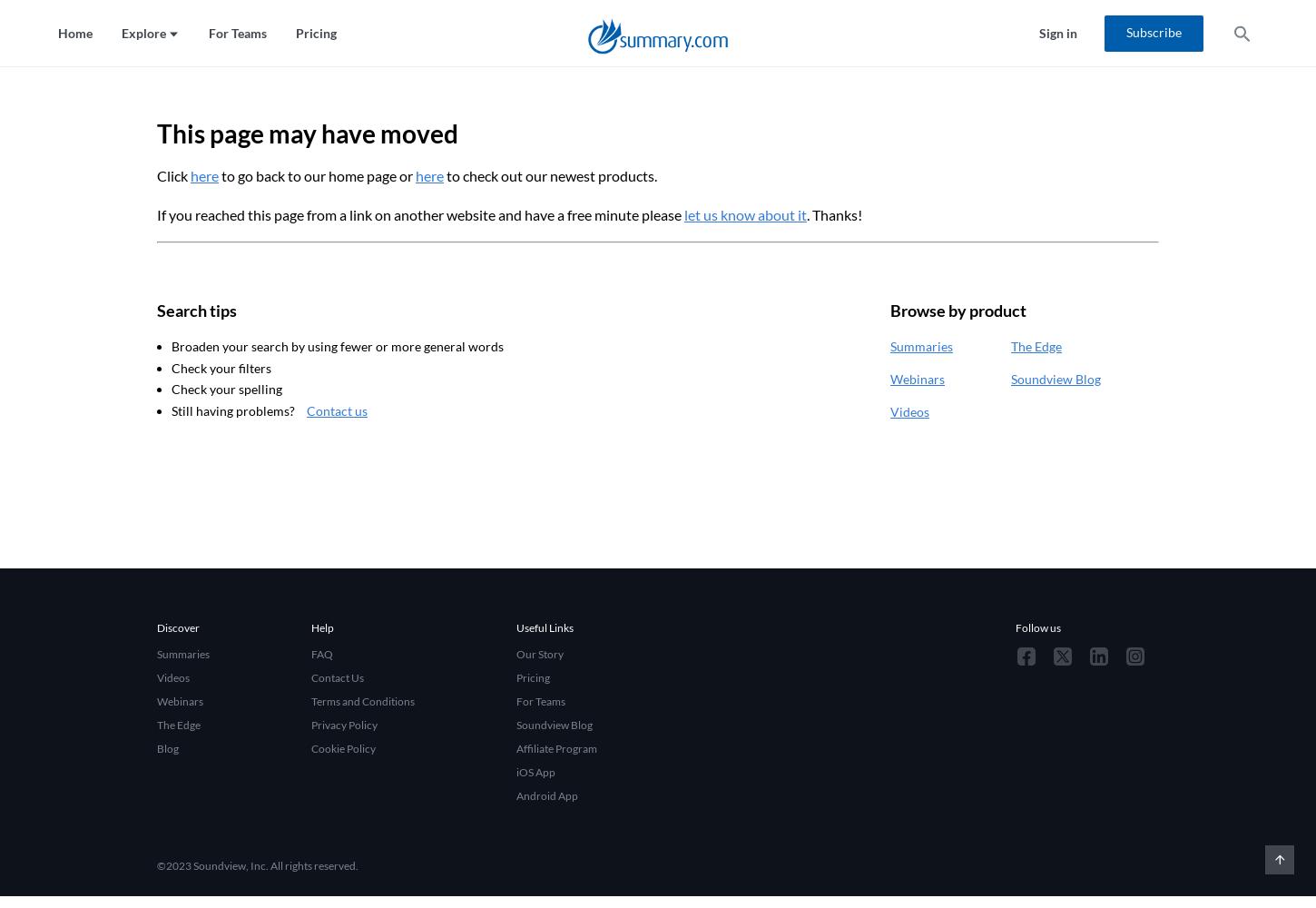 The width and height of the screenshot is (1316, 908). Describe the element at coordinates (921, 345) in the screenshot. I see `'Summaries'` at that location.